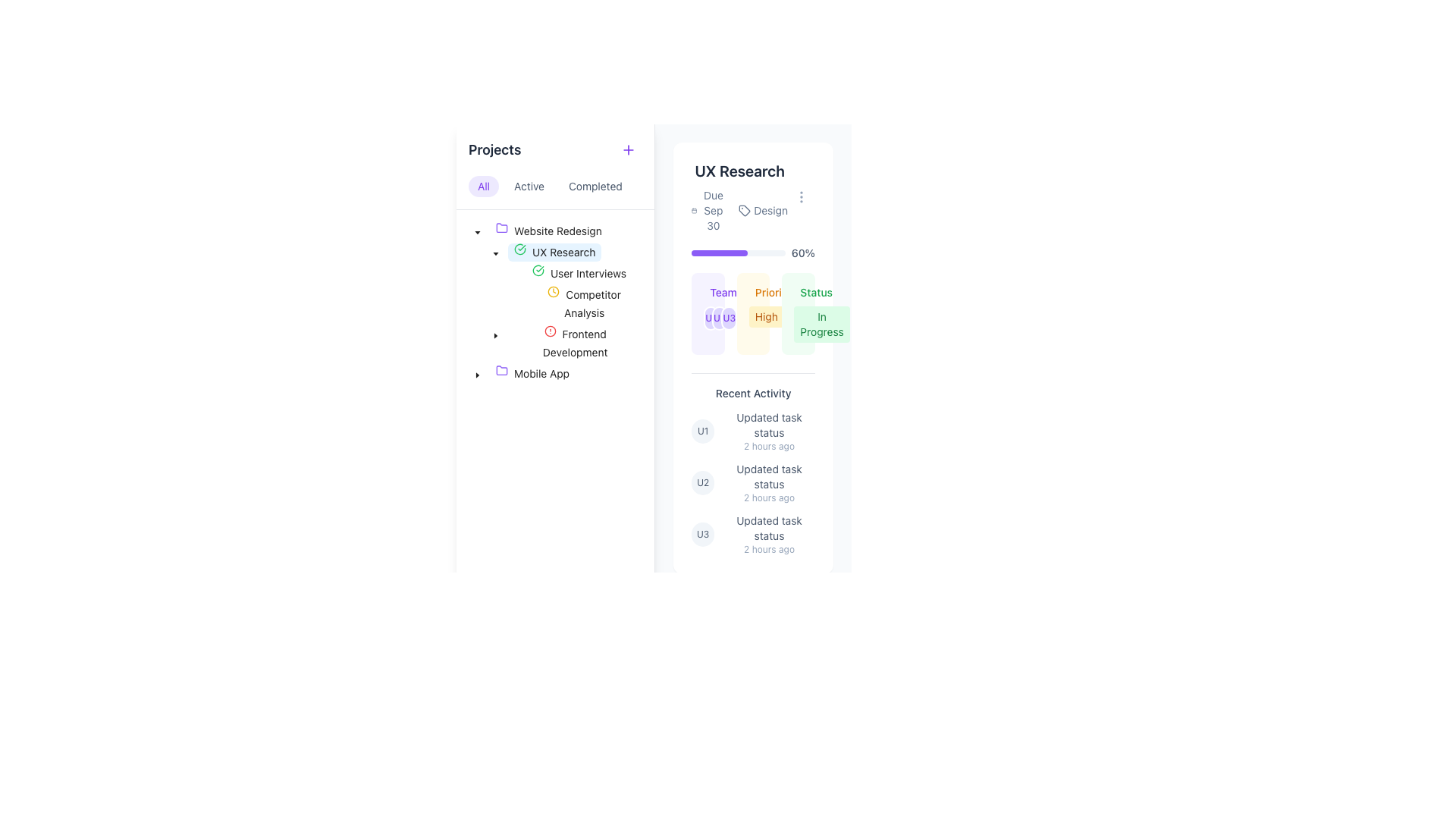  I want to click on the text label within the Recent Activity section, which is part of a circular badge representing a user or entity involved in the activity, so click(710, 318).